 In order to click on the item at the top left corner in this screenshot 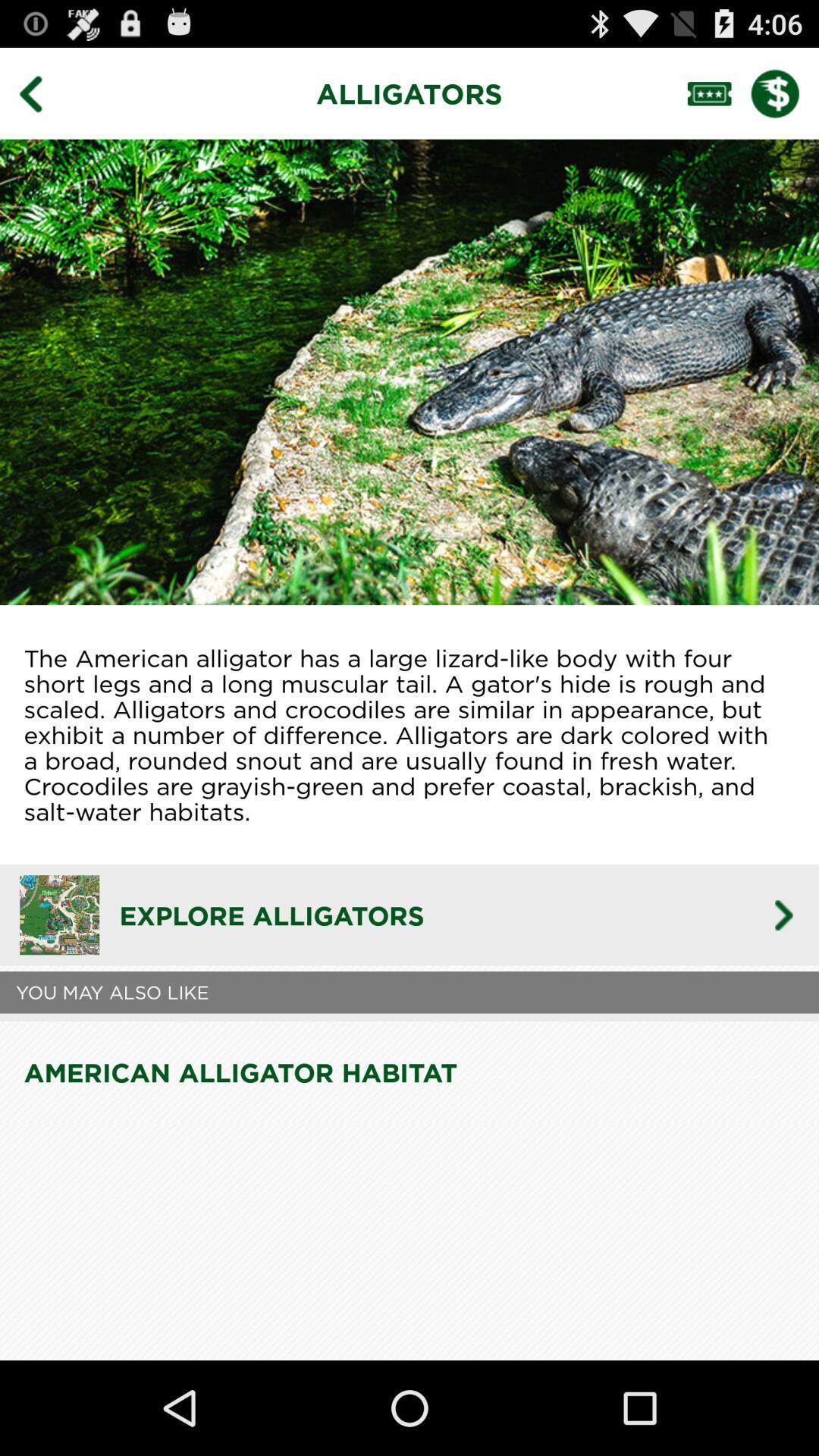, I will do `click(41, 93)`.